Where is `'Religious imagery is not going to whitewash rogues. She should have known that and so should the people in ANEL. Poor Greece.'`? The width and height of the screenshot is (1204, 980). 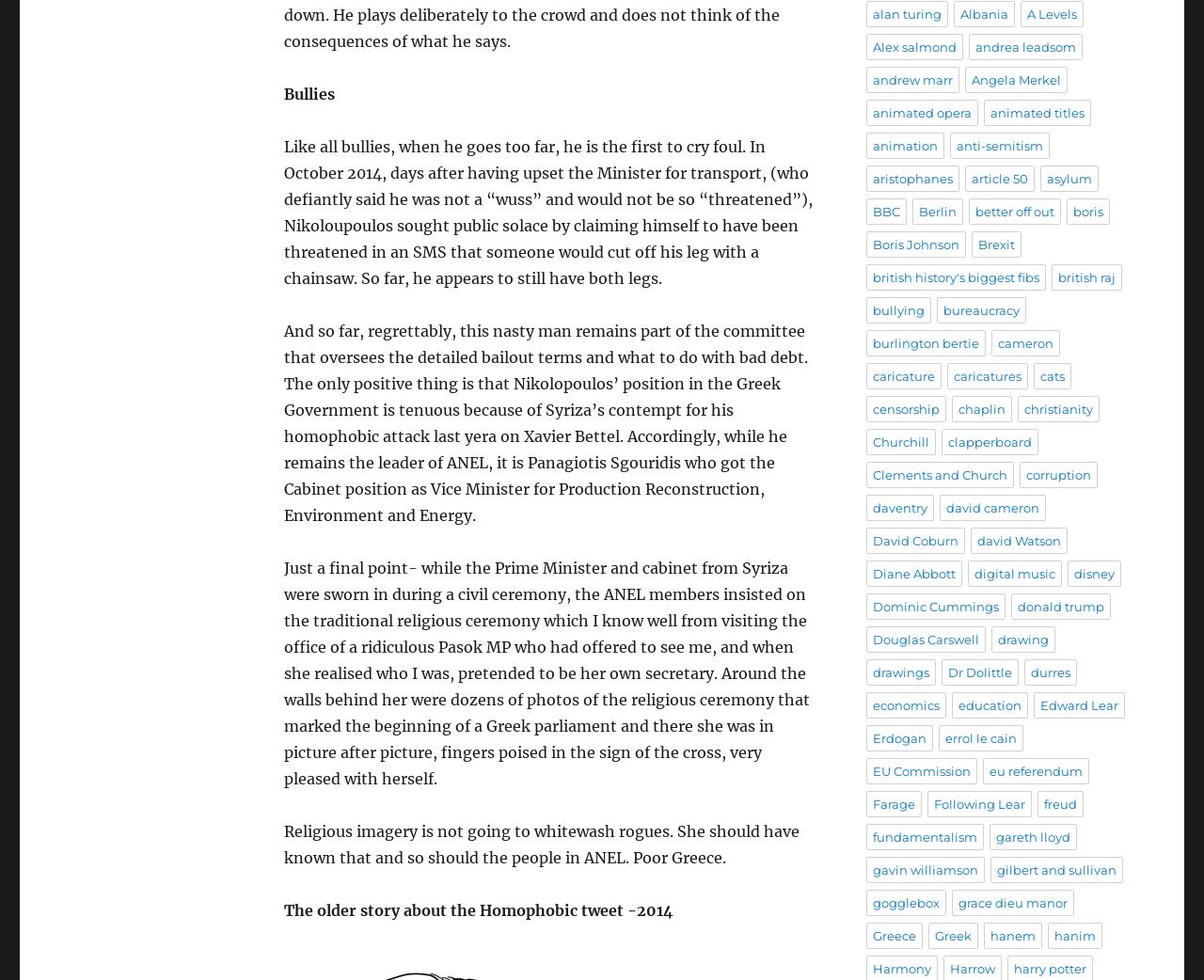
'Religious imagery is not going to whitewash rogues. She should have known that and so should the people in ANEL. Poor Greece.' is located at coordinates (541, 842).